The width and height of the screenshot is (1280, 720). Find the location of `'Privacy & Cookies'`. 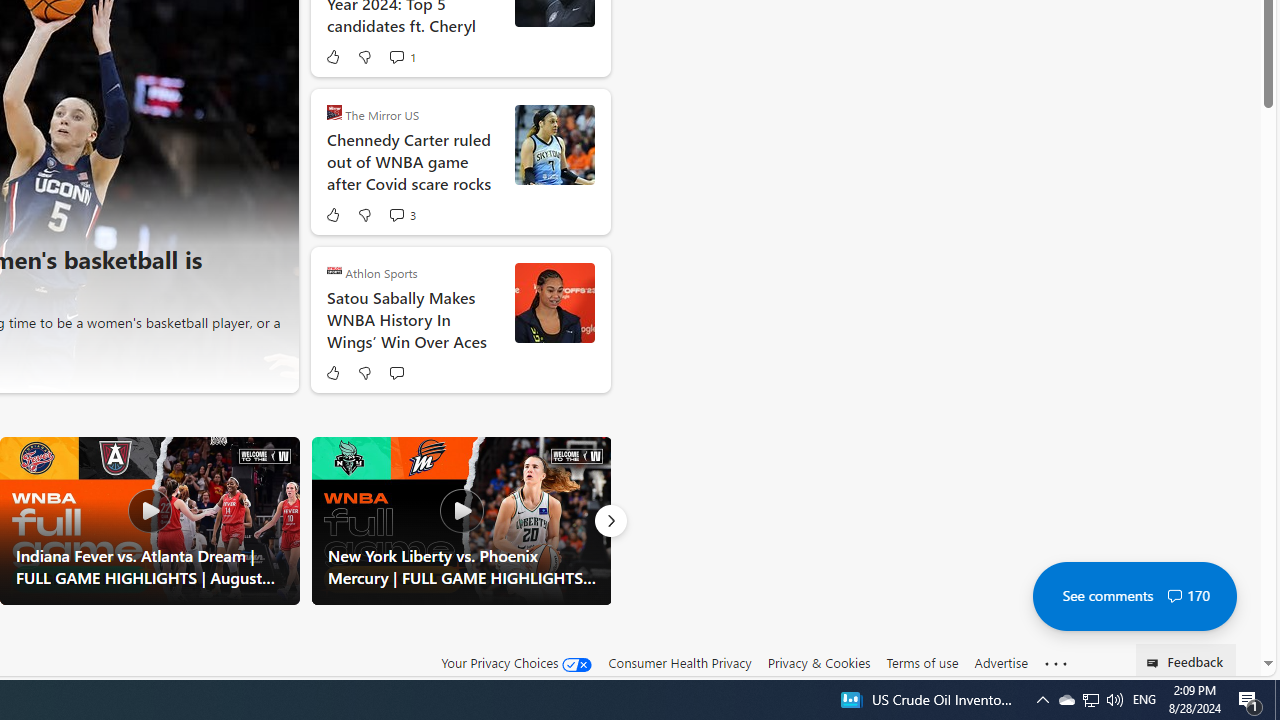

'Privacy & Cookies' is located at coordinates (818, 663).